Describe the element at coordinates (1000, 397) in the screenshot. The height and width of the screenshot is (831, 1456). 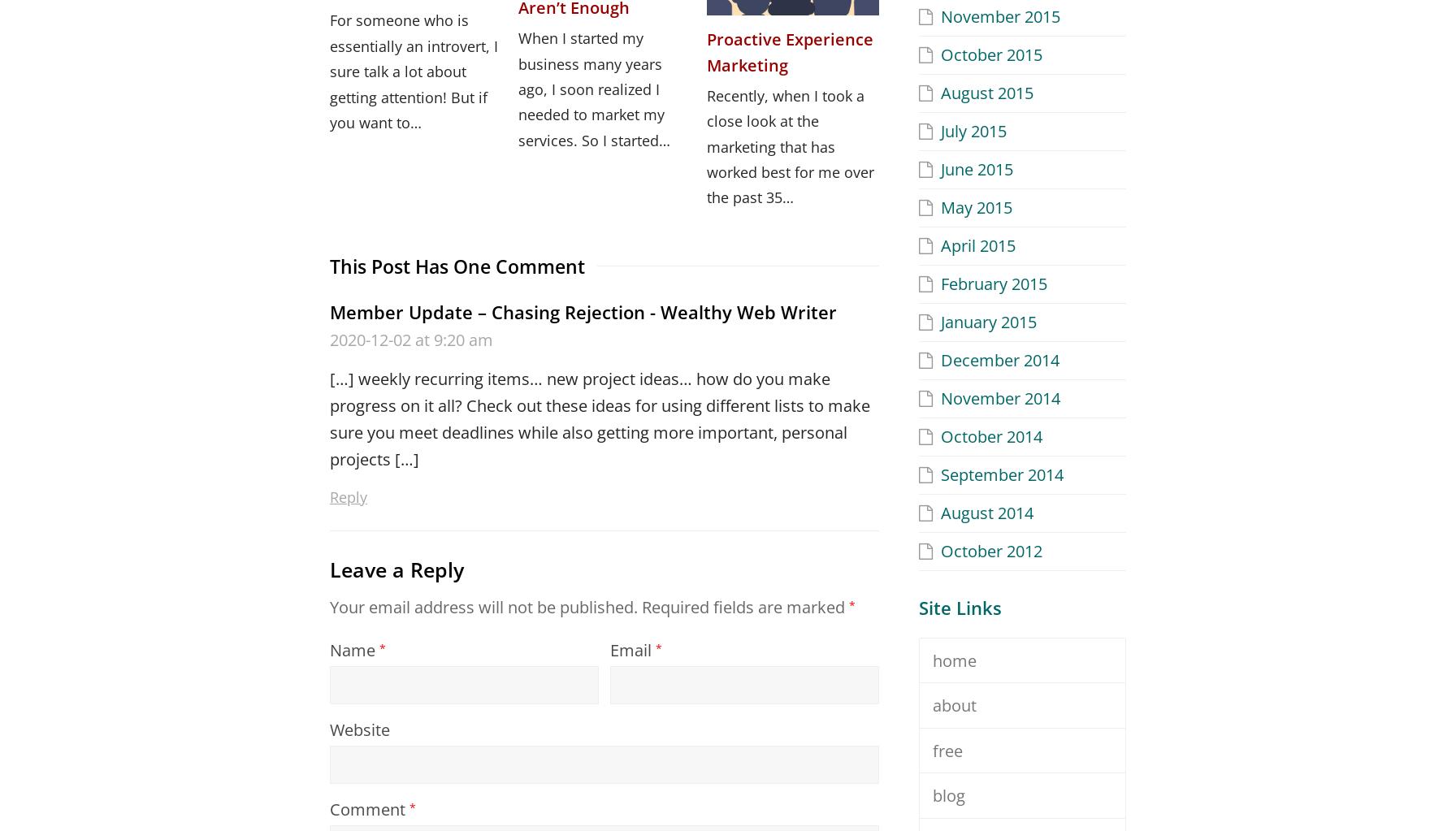
I see `'November 2014'` at that location.